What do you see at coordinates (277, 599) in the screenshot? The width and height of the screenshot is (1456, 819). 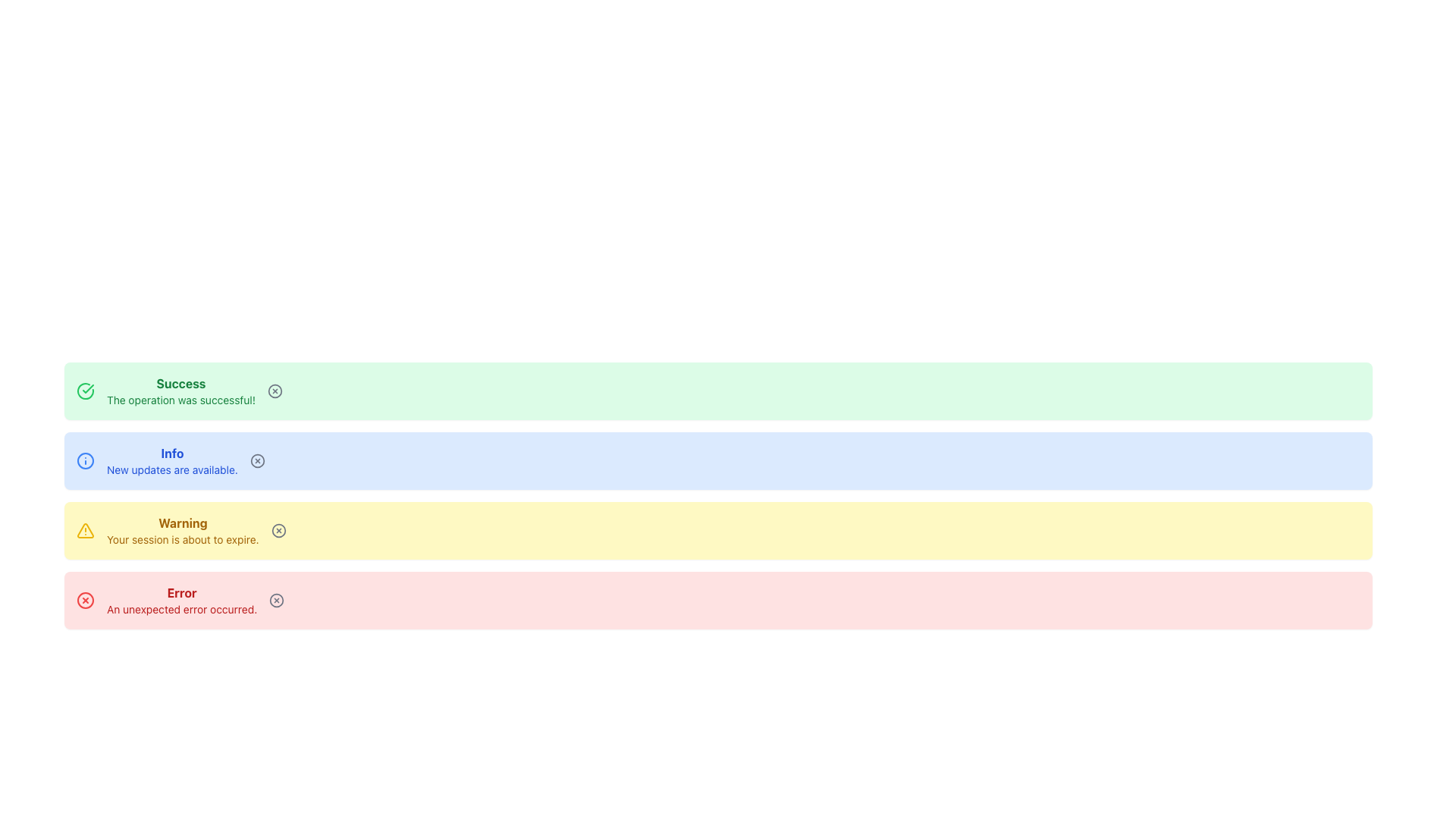 I see `the primary circle component within the error message icon, which serves as a graphical representation in an SVG graphic` at bounding box center [277, 599].